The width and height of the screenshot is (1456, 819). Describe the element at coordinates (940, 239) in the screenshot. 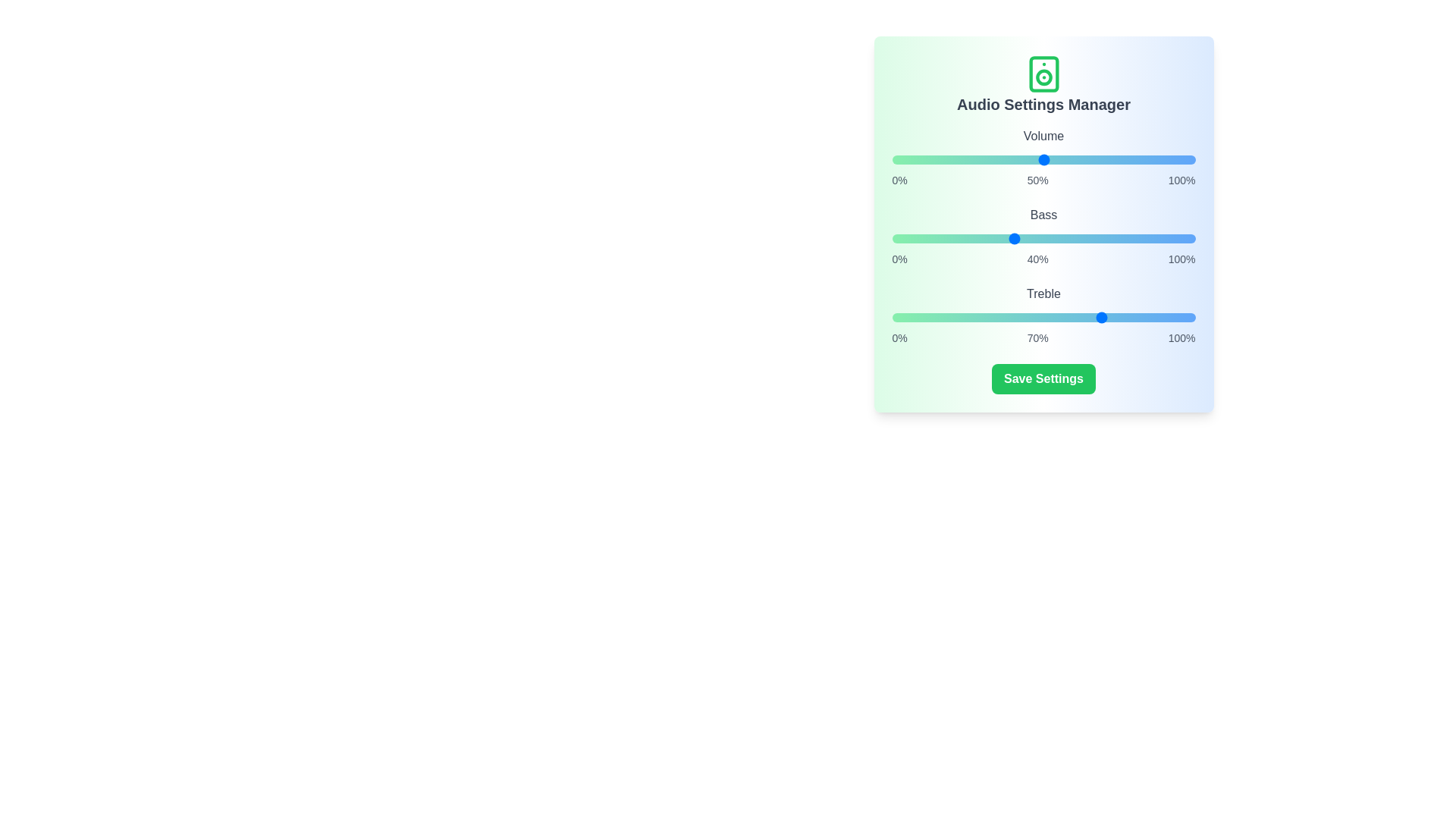

I see `the bass slider to 16%` at that location.